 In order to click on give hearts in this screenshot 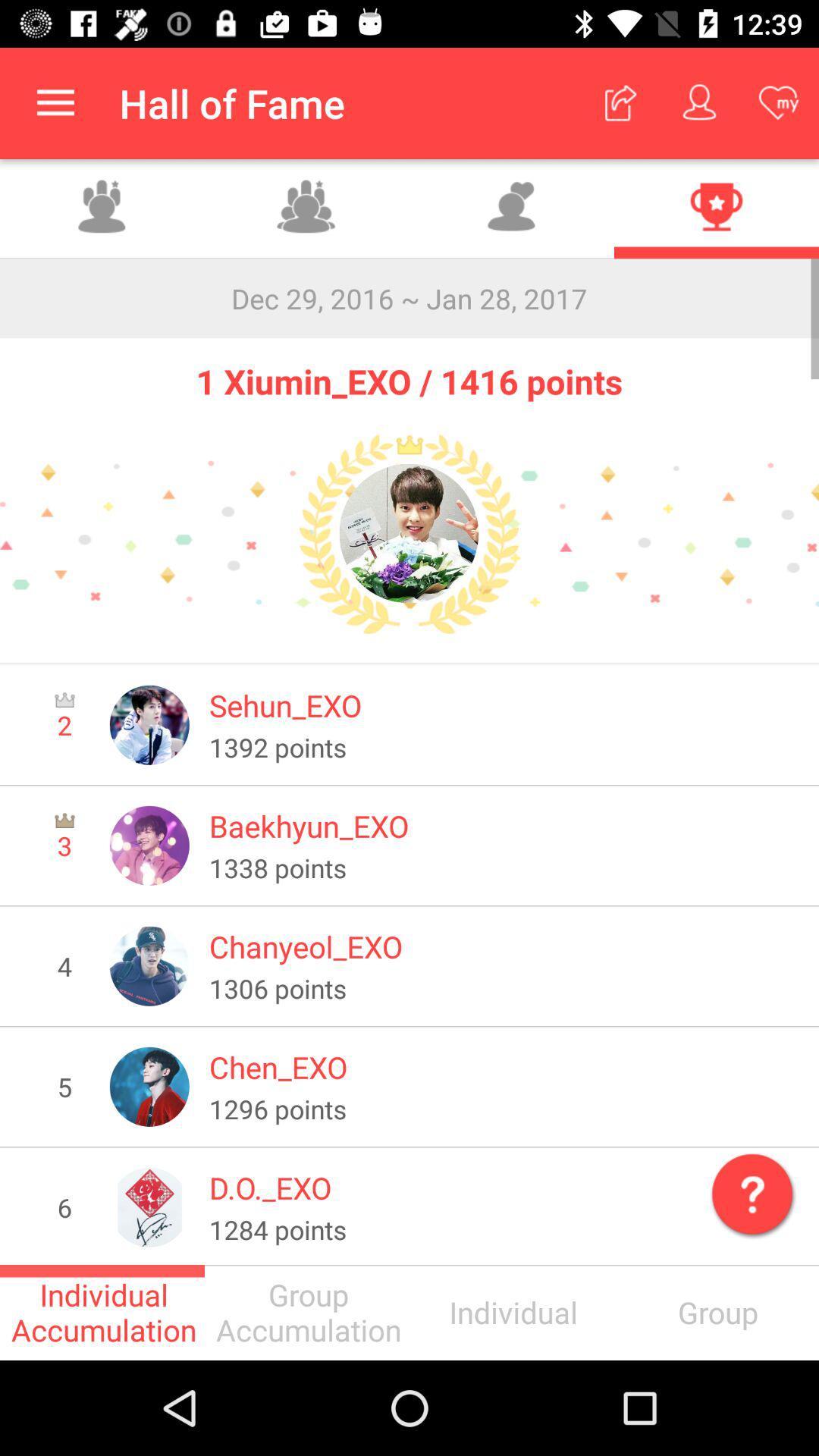, I will do `click(512, 208)`.